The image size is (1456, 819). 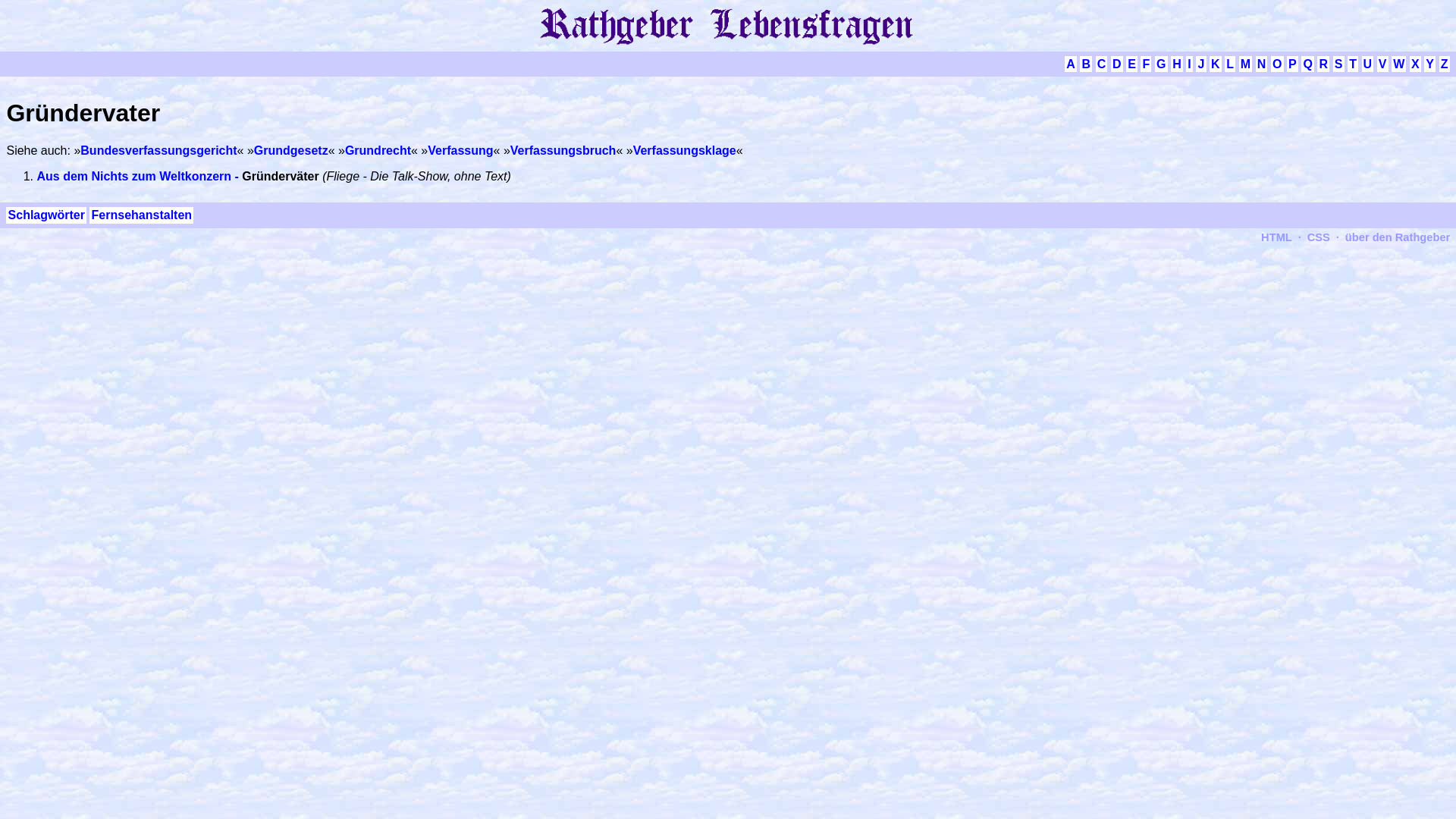 I want to click on 'R', so click(x=1323, y=63).